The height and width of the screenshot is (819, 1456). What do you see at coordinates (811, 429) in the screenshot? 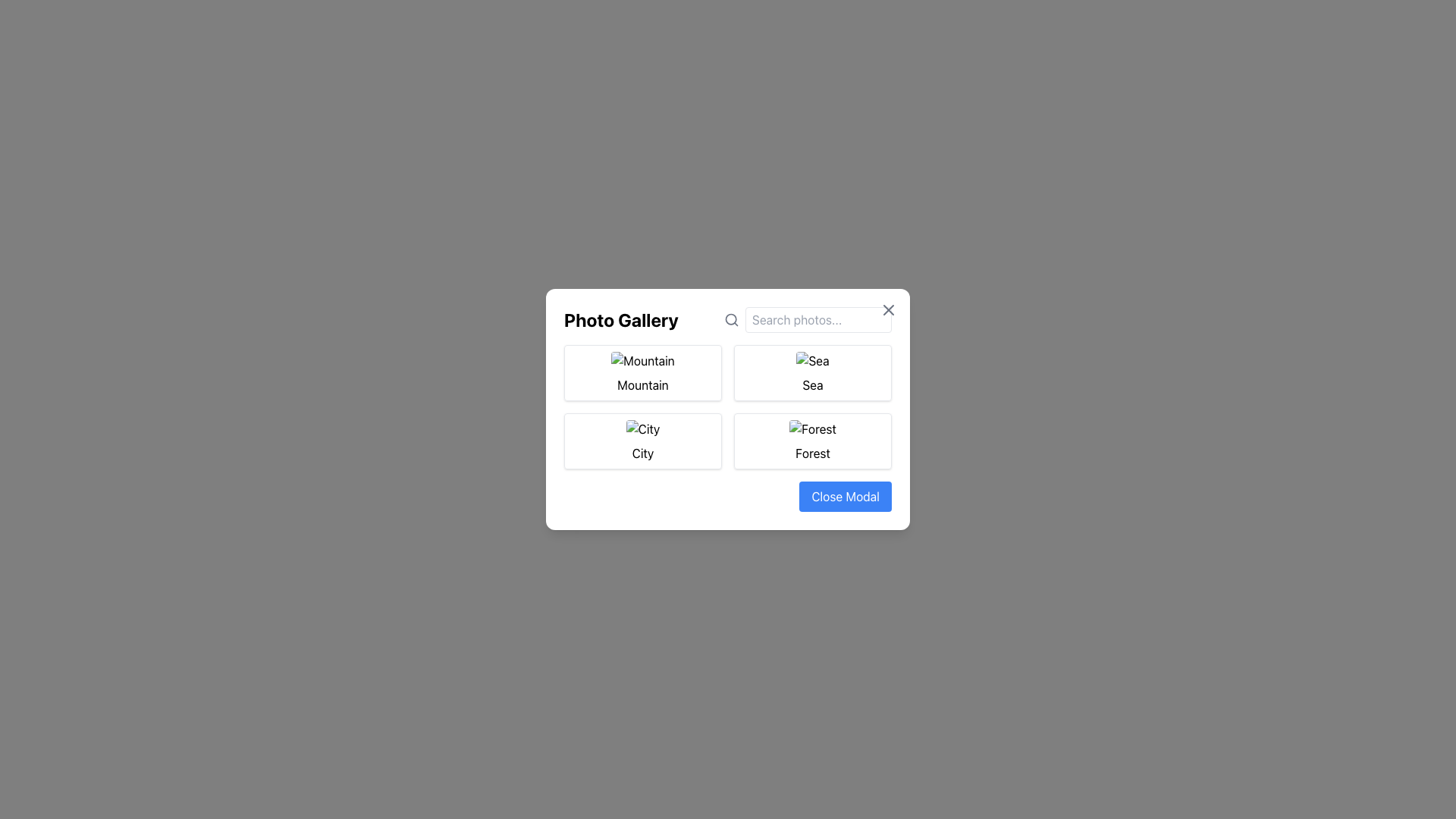
I see `the forest-themed image thumbnail located in the fourth section of the grid layout, beneath the 'Forest' label and to the right of the 'City' area` at bounding box center [811, 429].